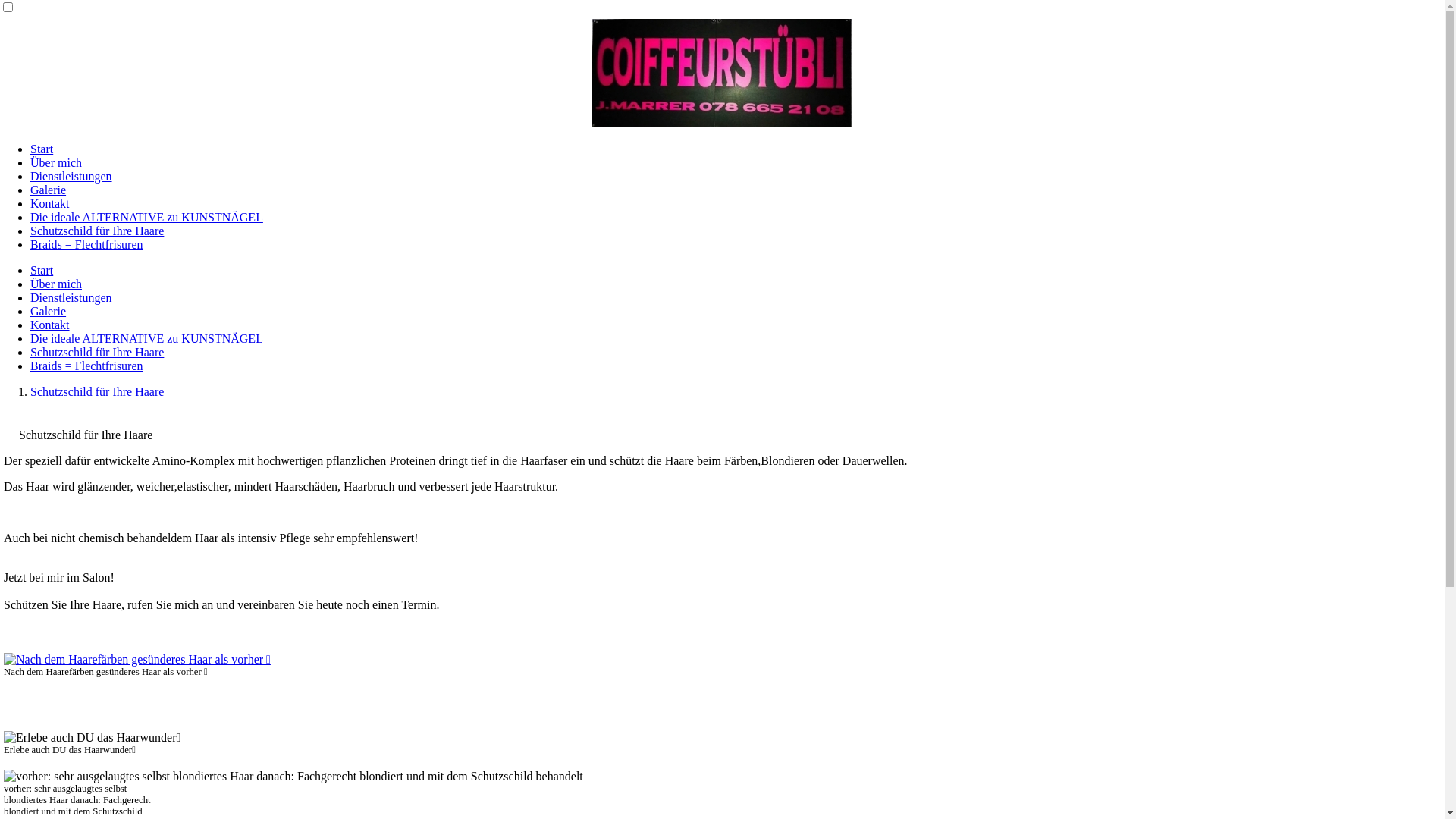  I want to click on 'Dienstleistungen', so click(71, 175).